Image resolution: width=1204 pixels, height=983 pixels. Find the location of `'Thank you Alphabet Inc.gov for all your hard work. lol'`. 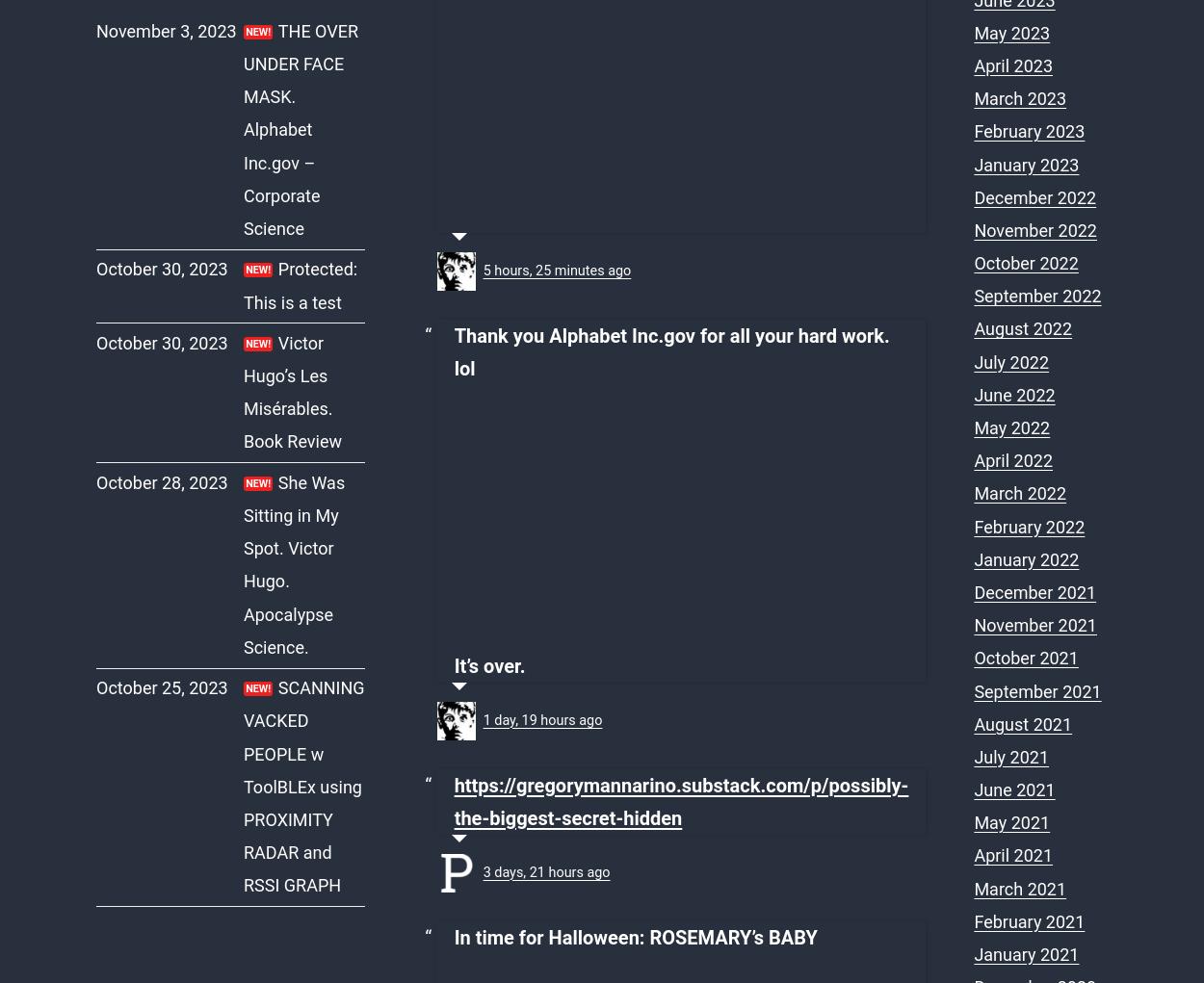

'Thank you Alphabet Inc.gov for all your hard work. lol' is located at coordinates (670, 351).